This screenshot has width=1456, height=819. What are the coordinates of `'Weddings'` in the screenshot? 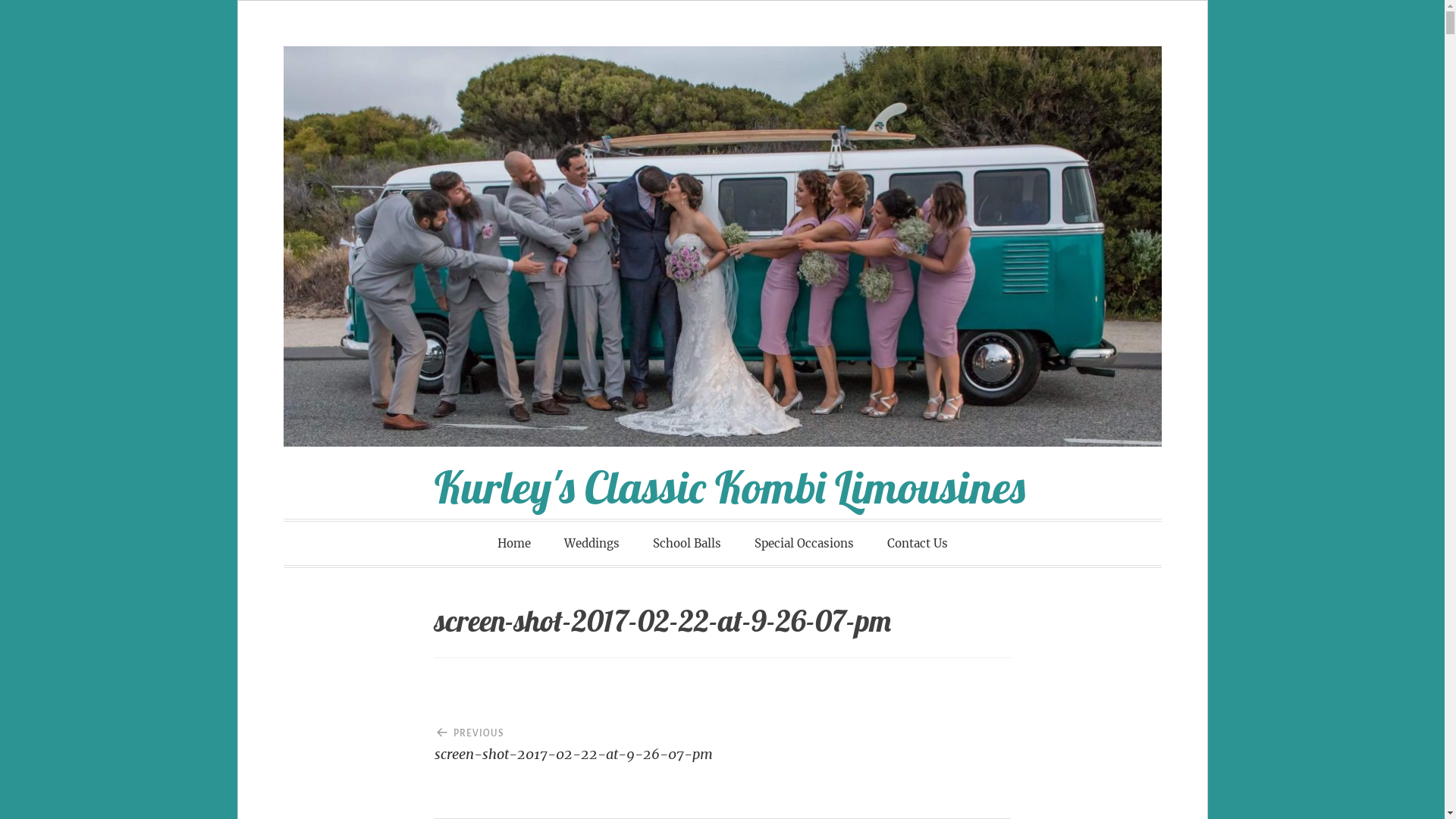 It's located at (548, 542).